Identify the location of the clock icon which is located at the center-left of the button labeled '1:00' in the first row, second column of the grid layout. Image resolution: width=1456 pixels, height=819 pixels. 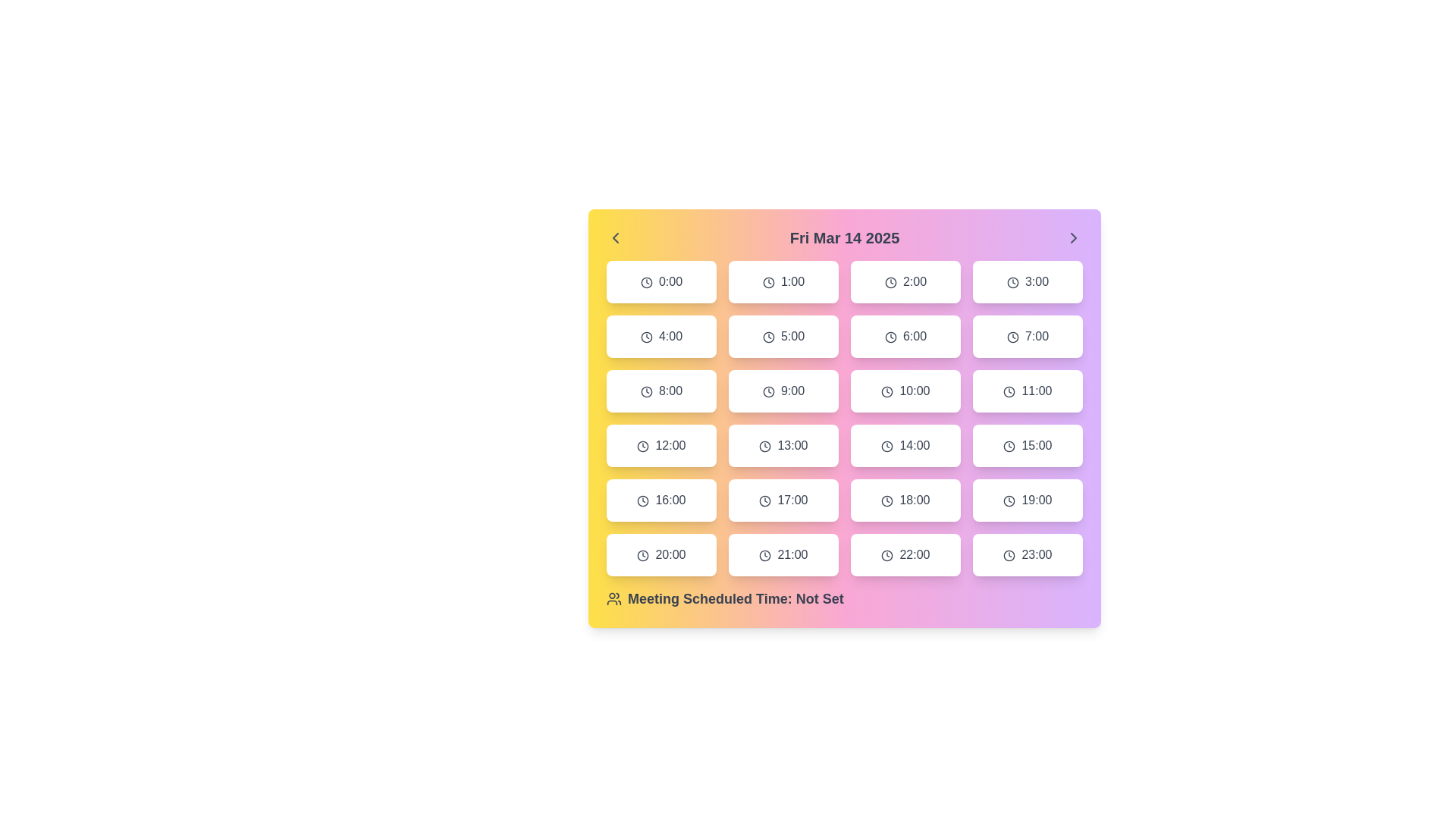
(768, 282).